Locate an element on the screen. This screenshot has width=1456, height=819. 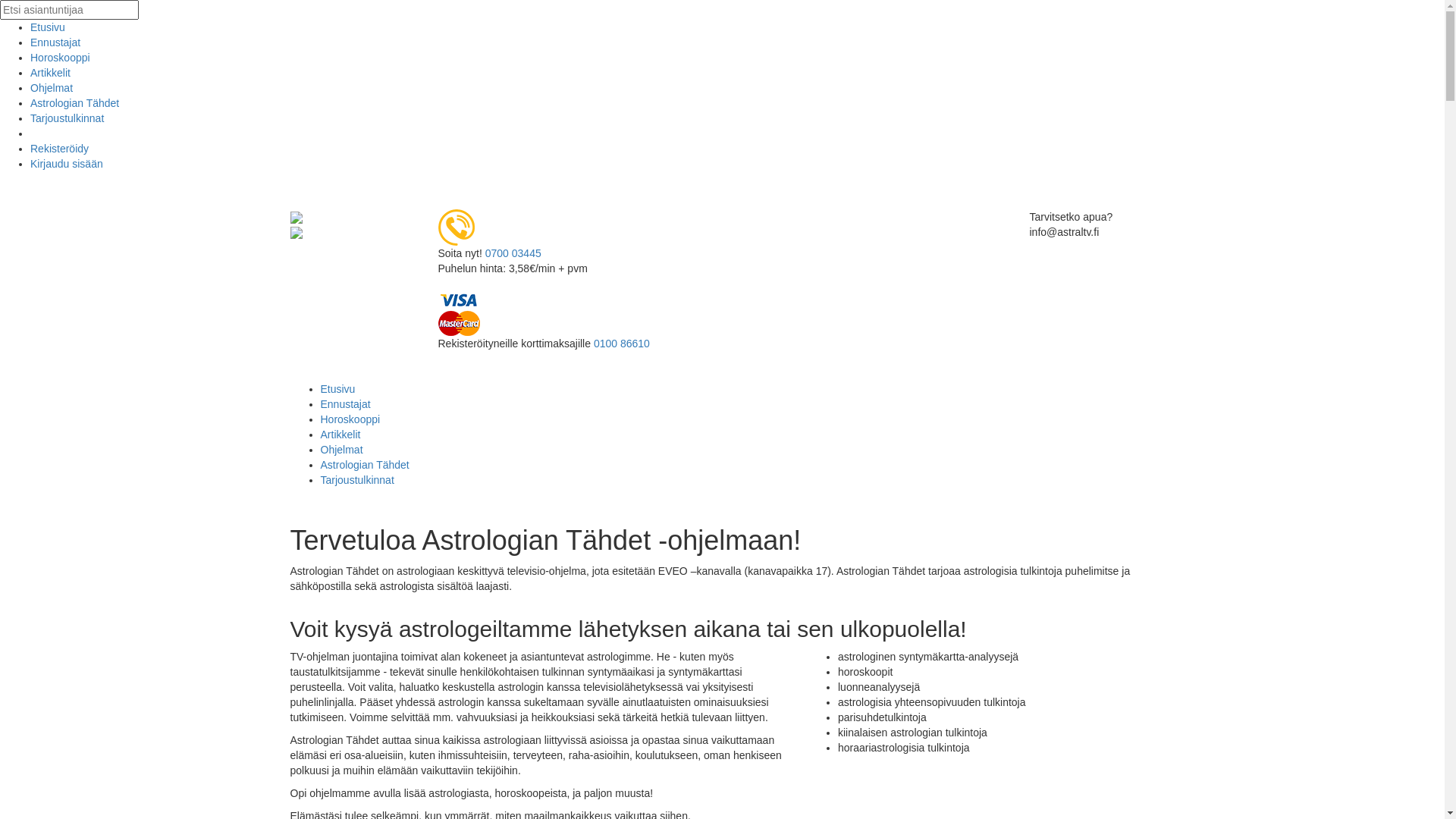
'0700 03445' is located at coordinates (513, 253).